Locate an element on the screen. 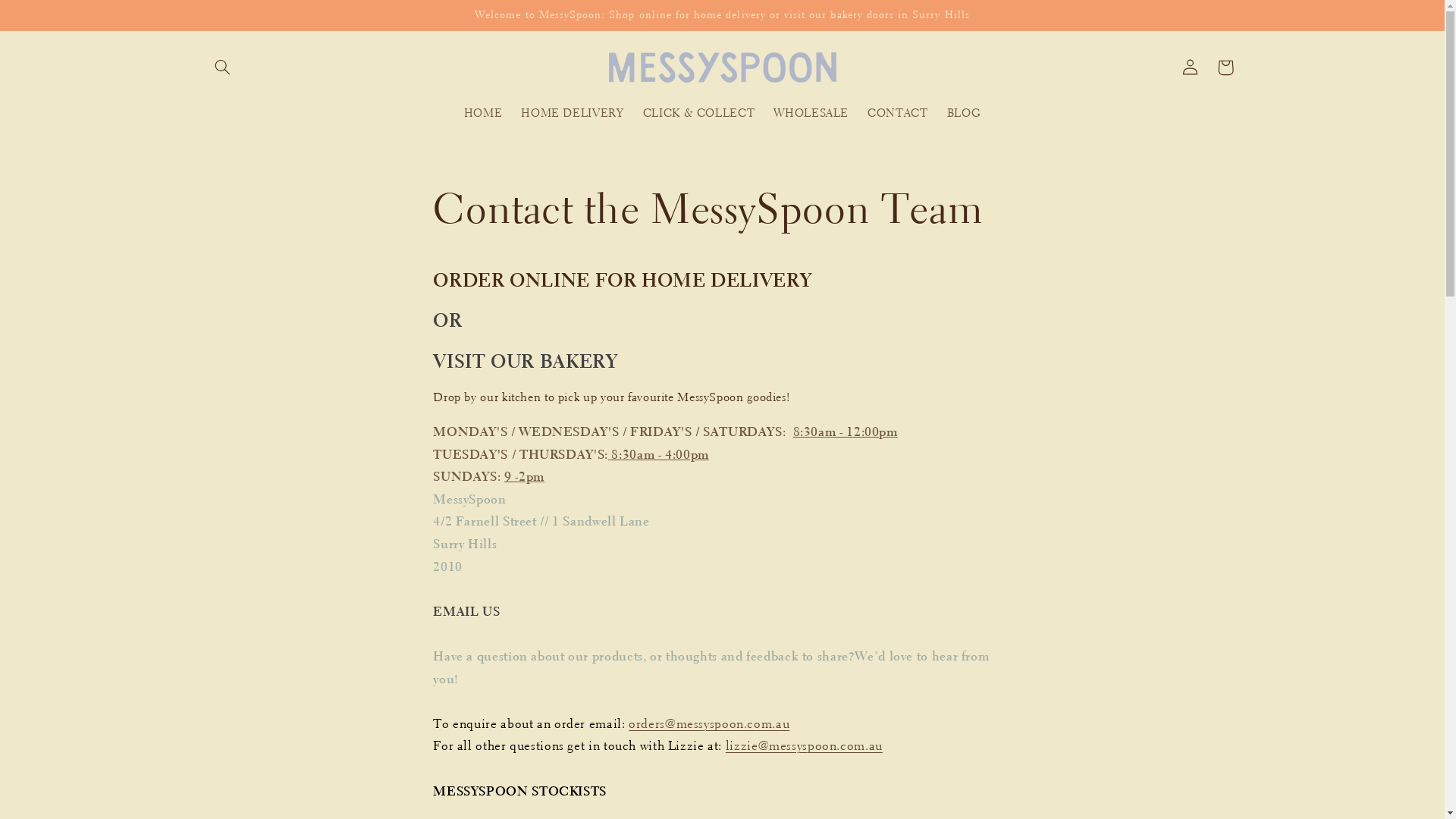  'Cart' is located at coordinates (1225, 66).